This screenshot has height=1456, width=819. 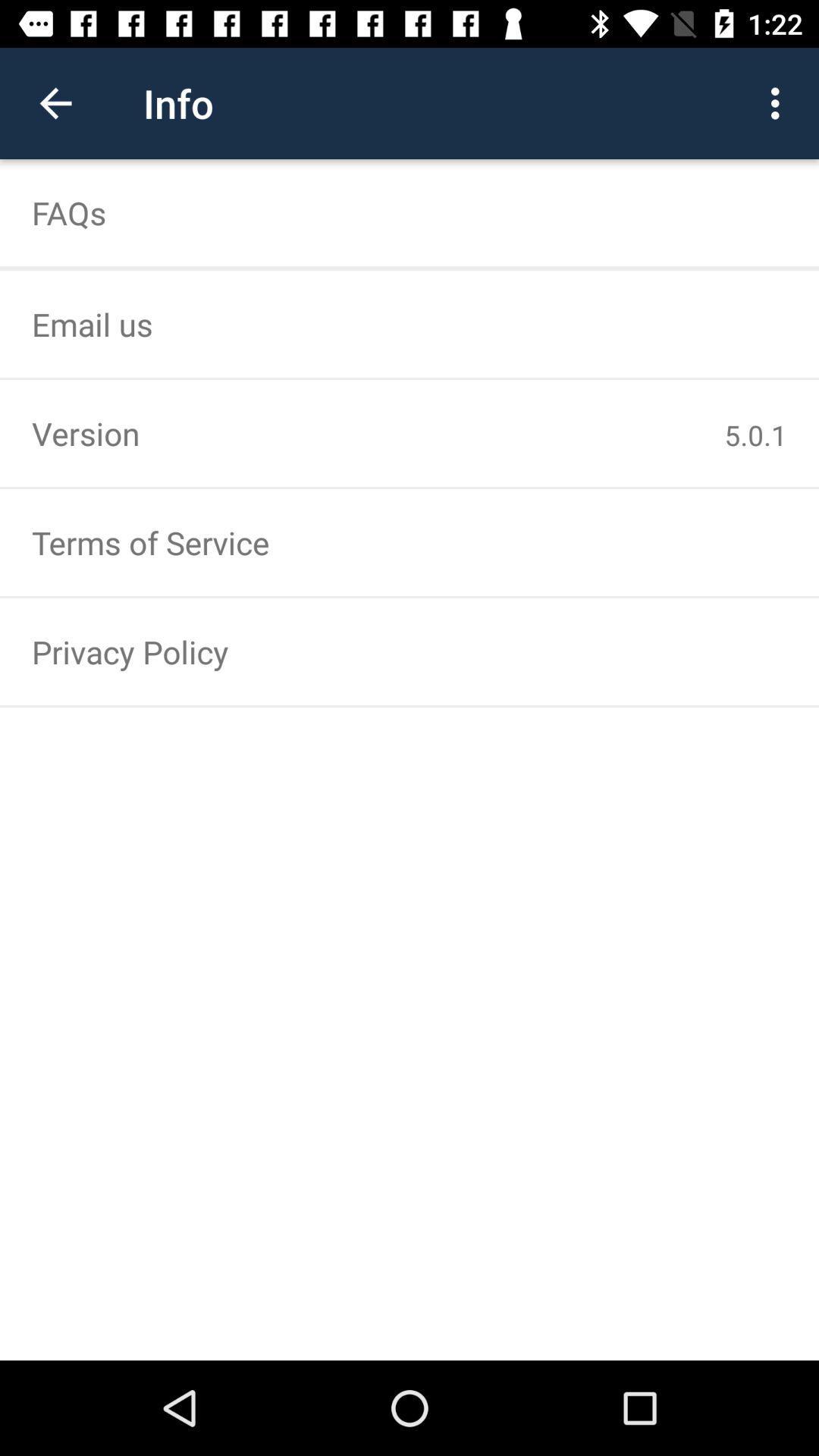 I want to click on the icon above the faqs icon, so click(x=55, y=102).